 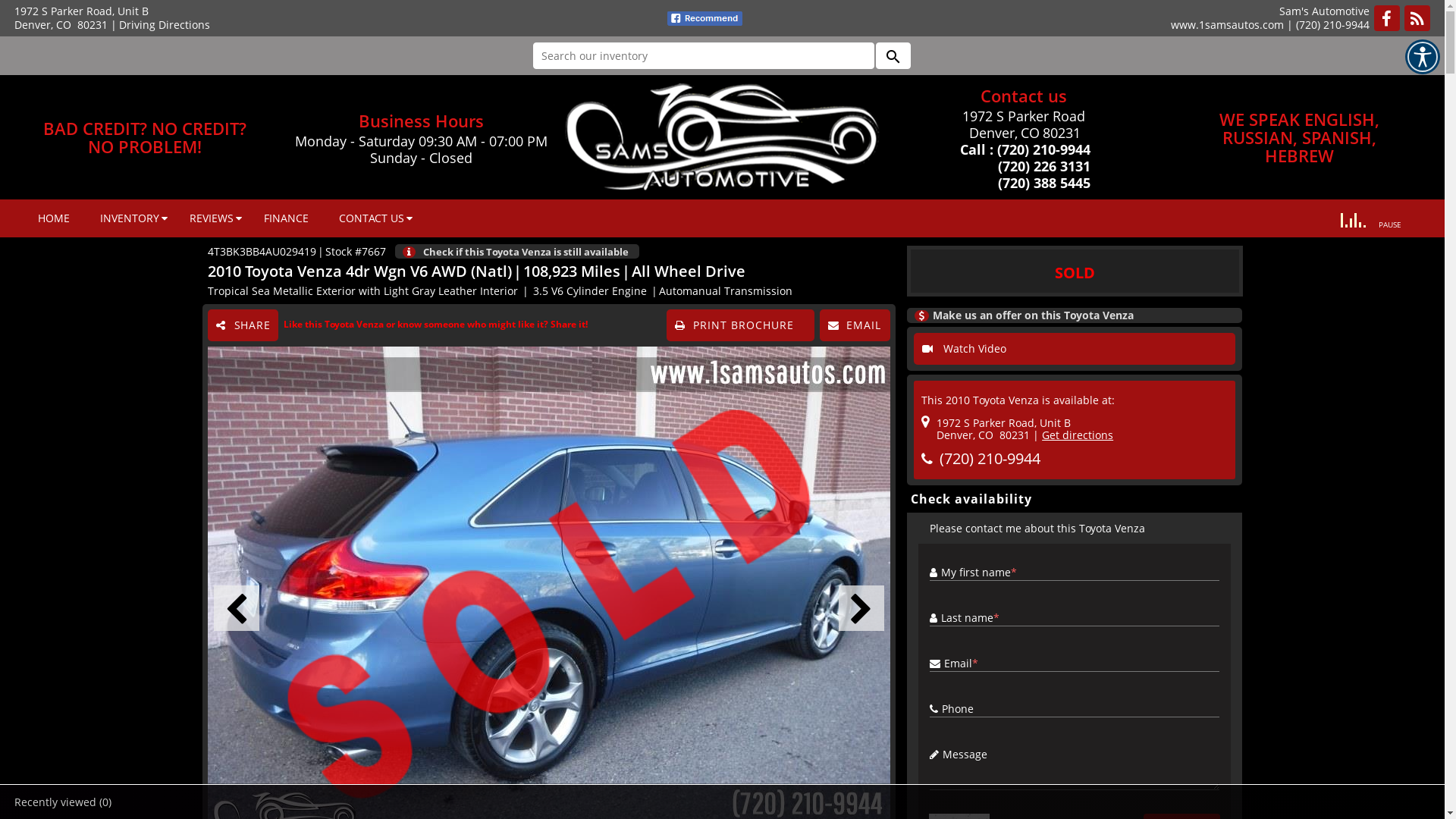 What do you see at coordinates (43, 137) in the screenshot?
I see `'BAD CREDIT? NO CREDIT?` at bounding box center [43, 137].